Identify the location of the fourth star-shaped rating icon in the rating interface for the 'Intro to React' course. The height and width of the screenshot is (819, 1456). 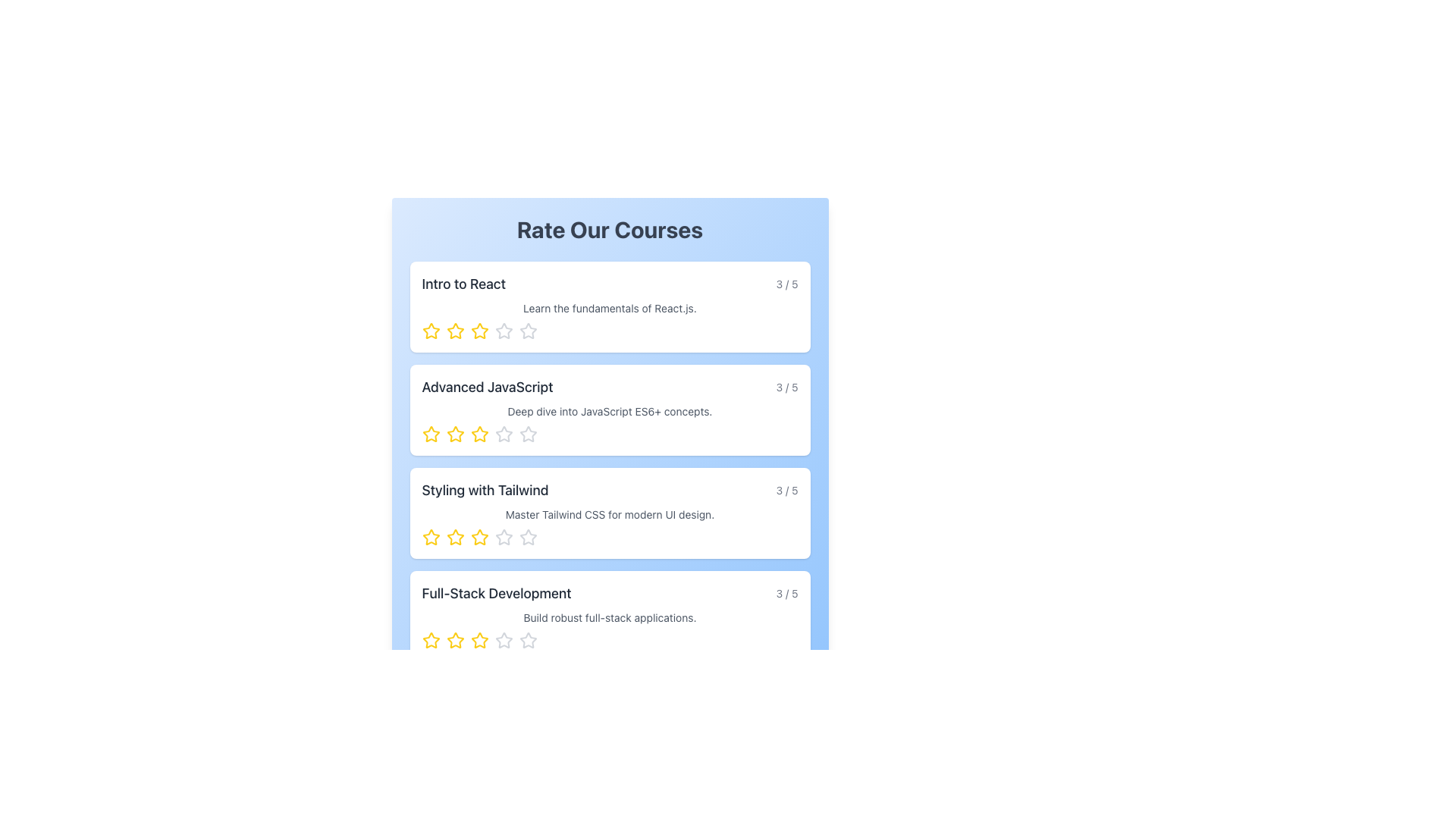
(504, 330).